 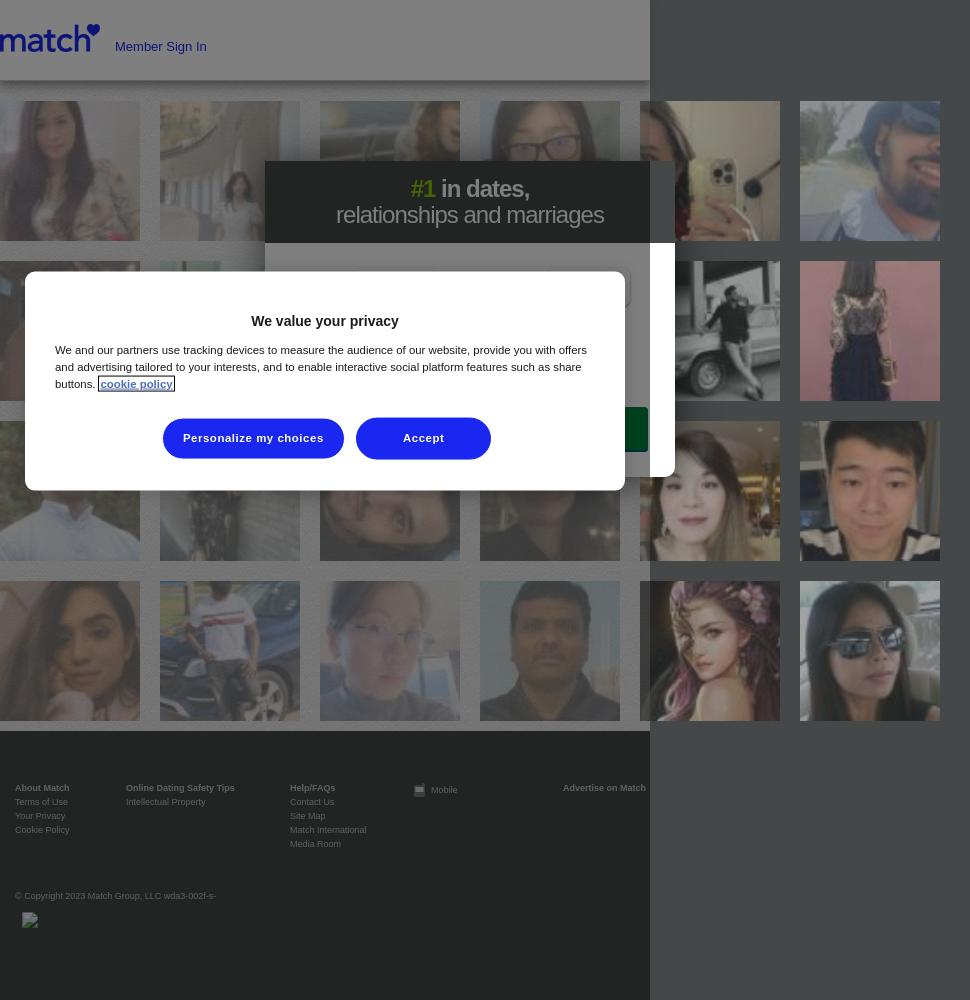 What do you see at coordinates (330, 382) in the screenshot?
I see `'Country:'` at bounding box center [330, 382].